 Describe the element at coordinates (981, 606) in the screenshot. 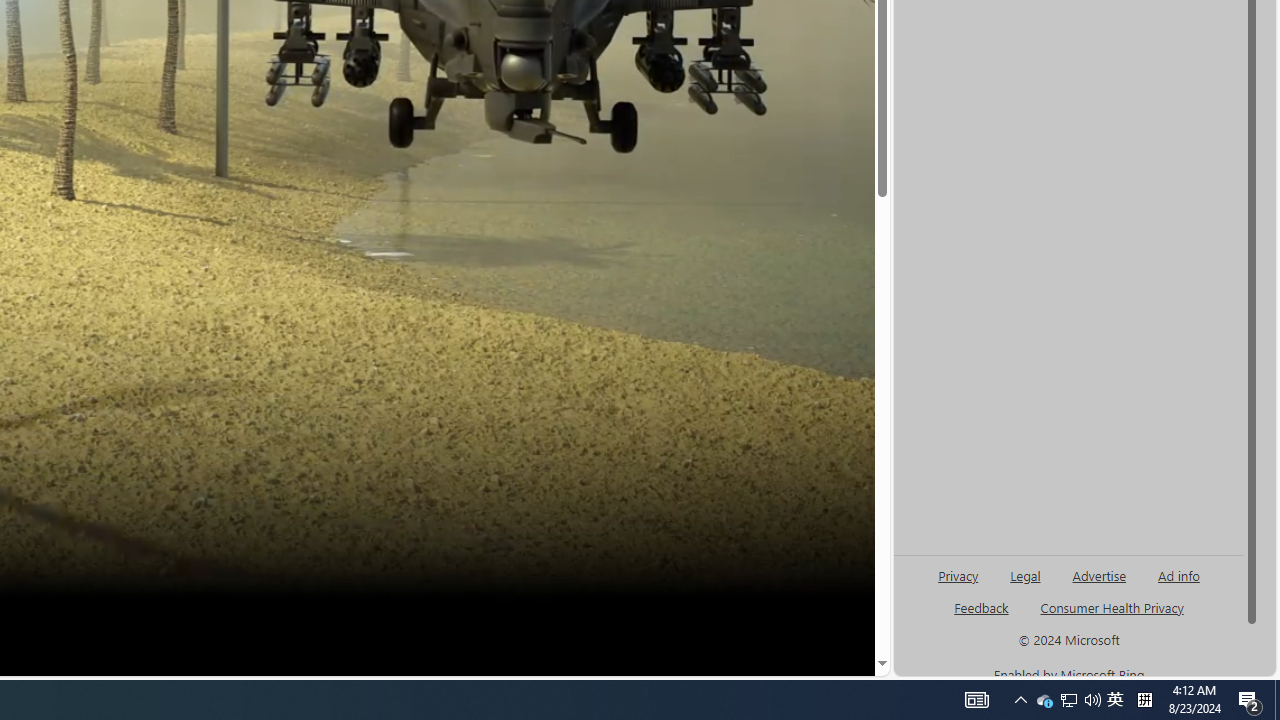

I see `'AutomationID: sb_feedback'` at that location.